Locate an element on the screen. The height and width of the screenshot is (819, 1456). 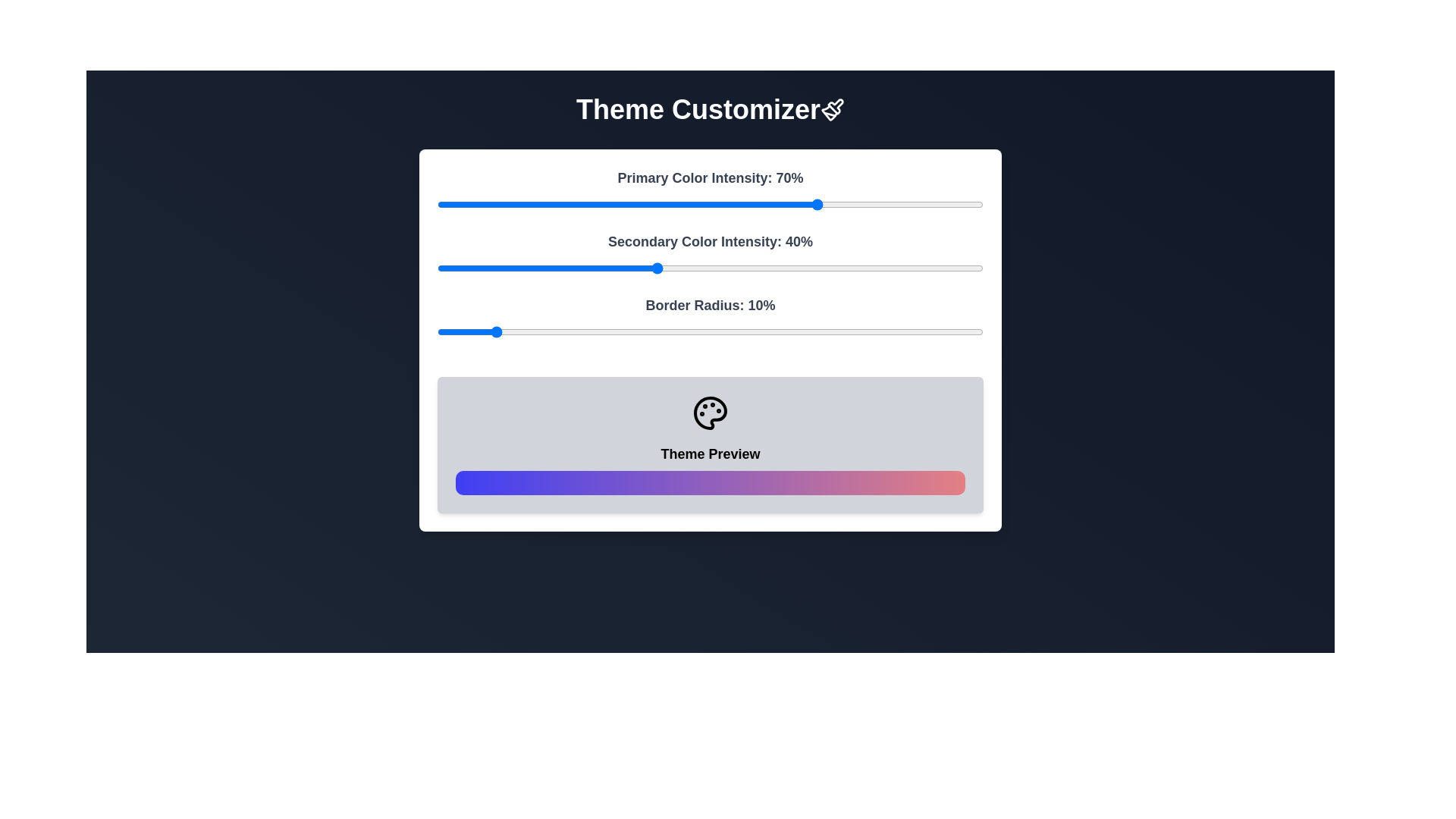
the Primary Color Intensity slider to 83% is located at coordinates (890, 205).